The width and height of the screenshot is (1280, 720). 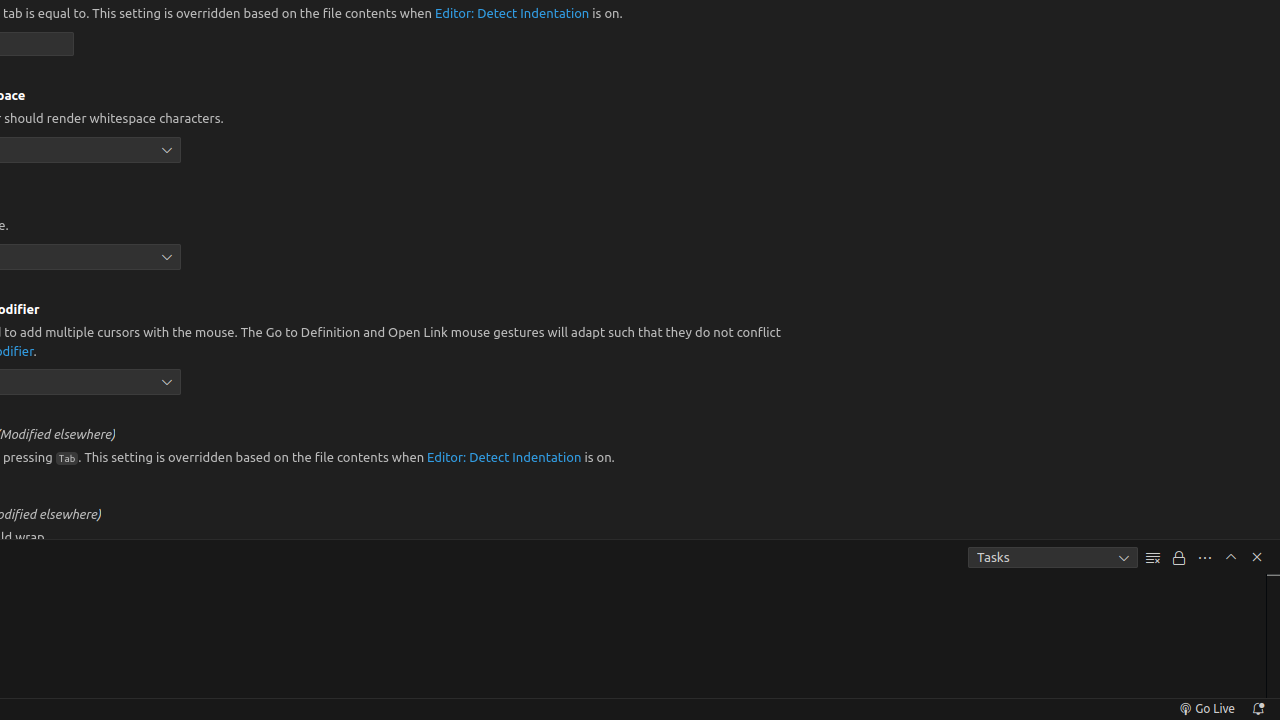 What do you see at coordinates (1179, 557) in the screenshot?
I see `'Turn Auto Scrolling Off'` at bounding box center [1179, 557].